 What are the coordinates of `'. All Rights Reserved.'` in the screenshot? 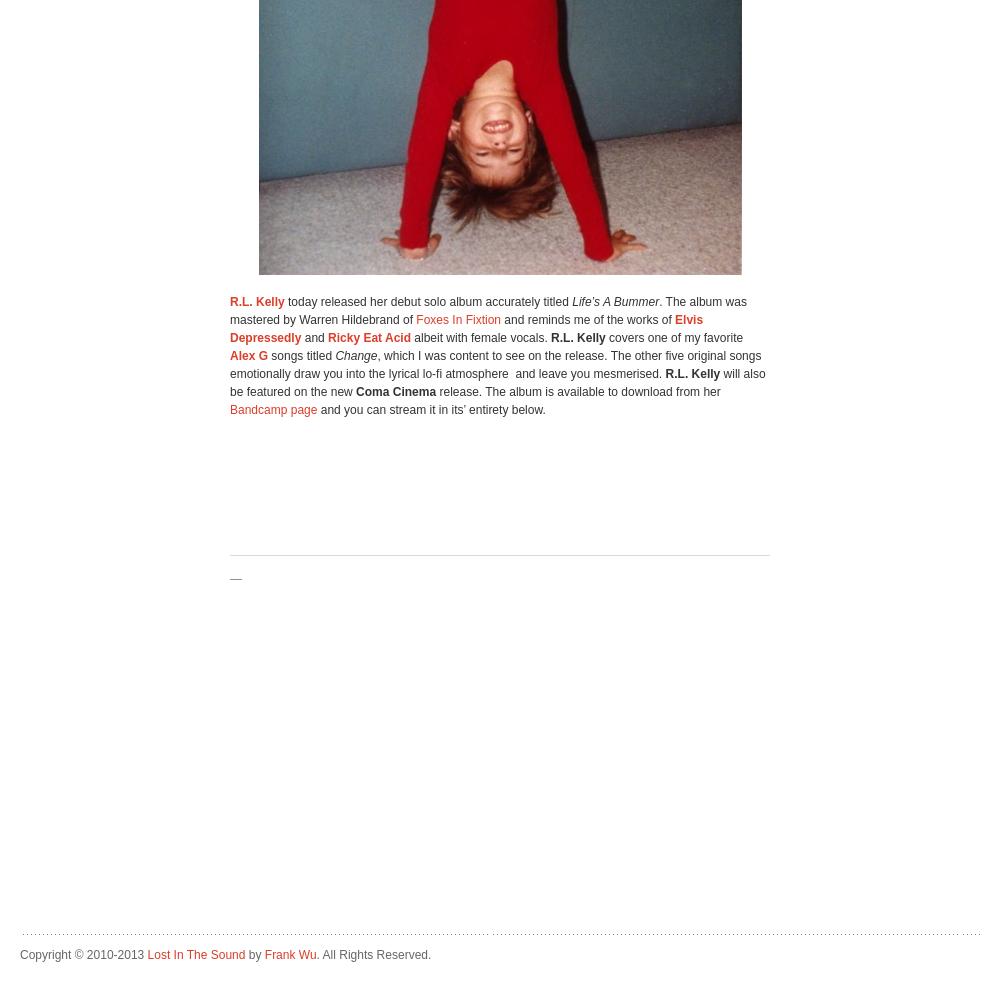 It's located at (372, 954).